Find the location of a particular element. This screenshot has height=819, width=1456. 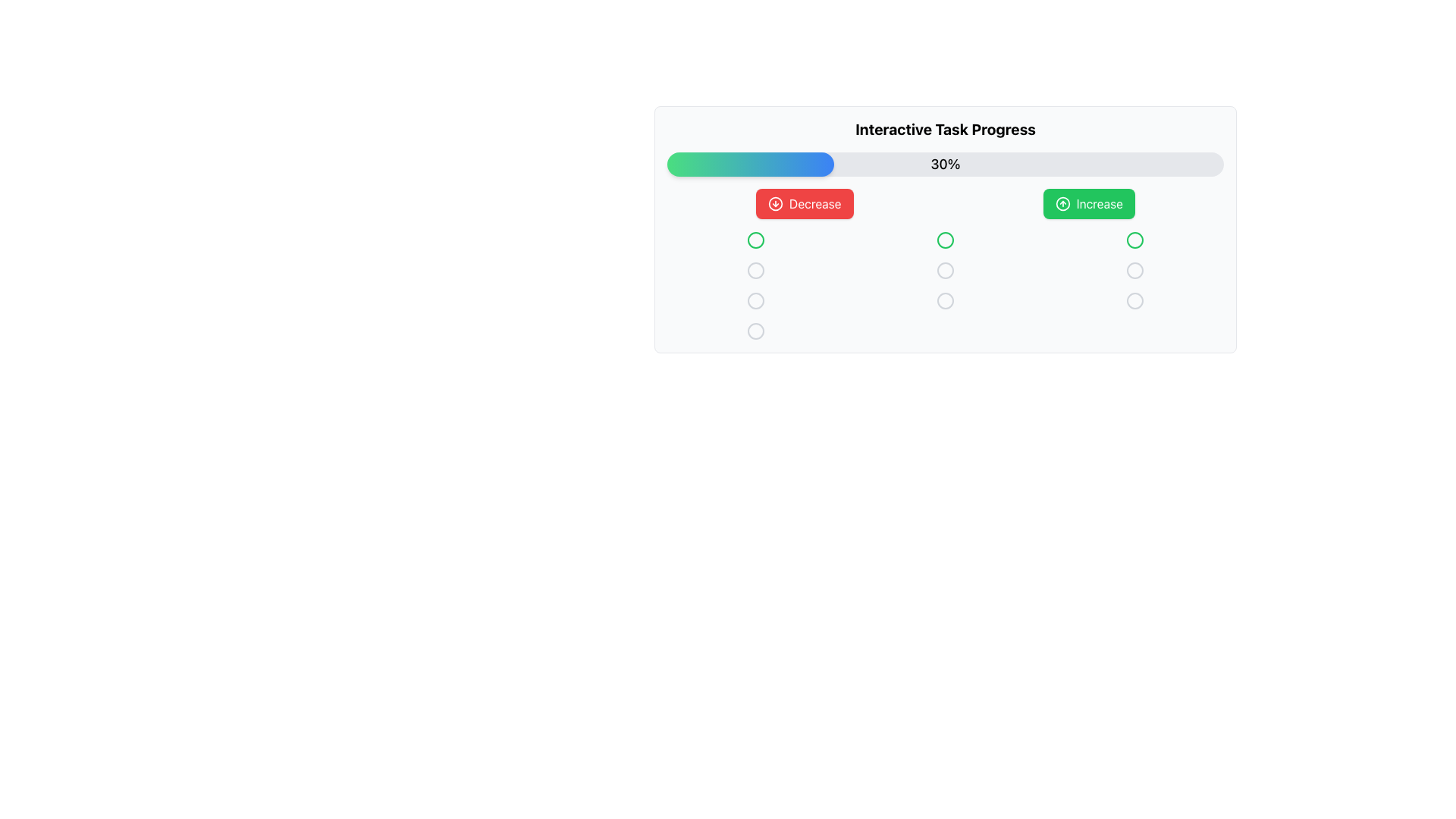

the Interactive button located in the middle column, third from the top is located at coordinates (945, 230).